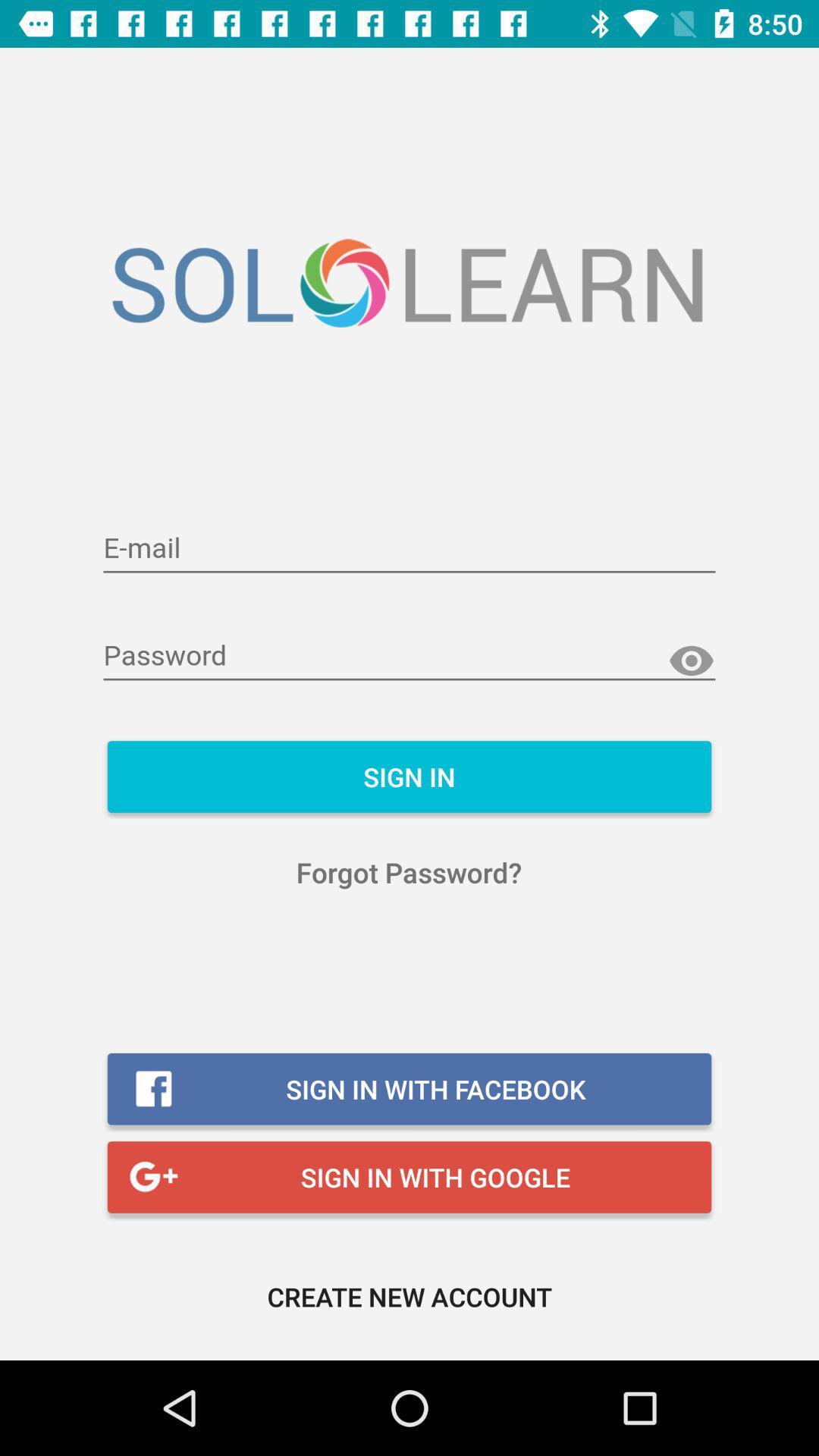  I want to click on your password, so click(409, 656).